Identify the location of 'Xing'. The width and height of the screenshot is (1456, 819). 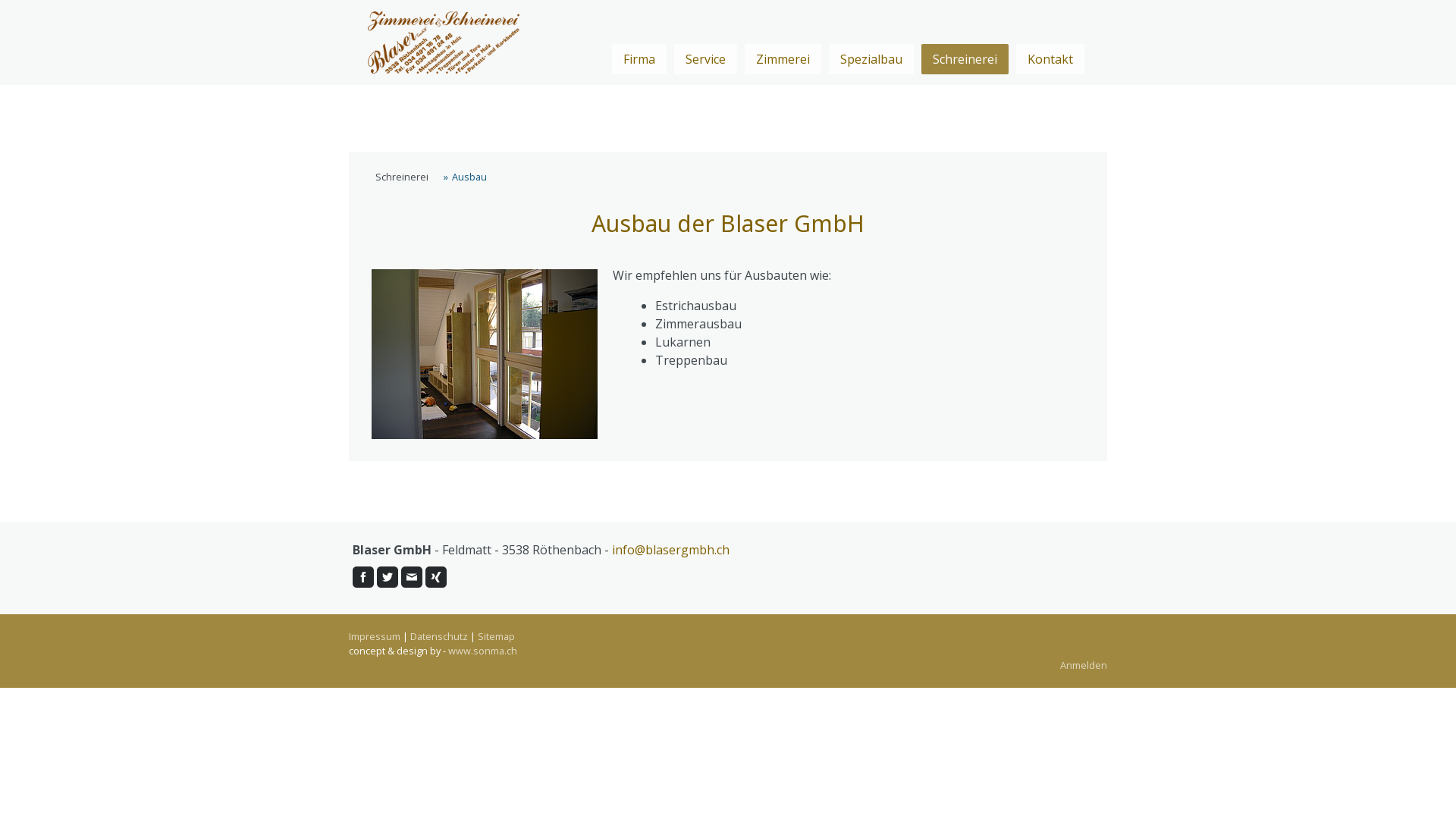
(435, 576).